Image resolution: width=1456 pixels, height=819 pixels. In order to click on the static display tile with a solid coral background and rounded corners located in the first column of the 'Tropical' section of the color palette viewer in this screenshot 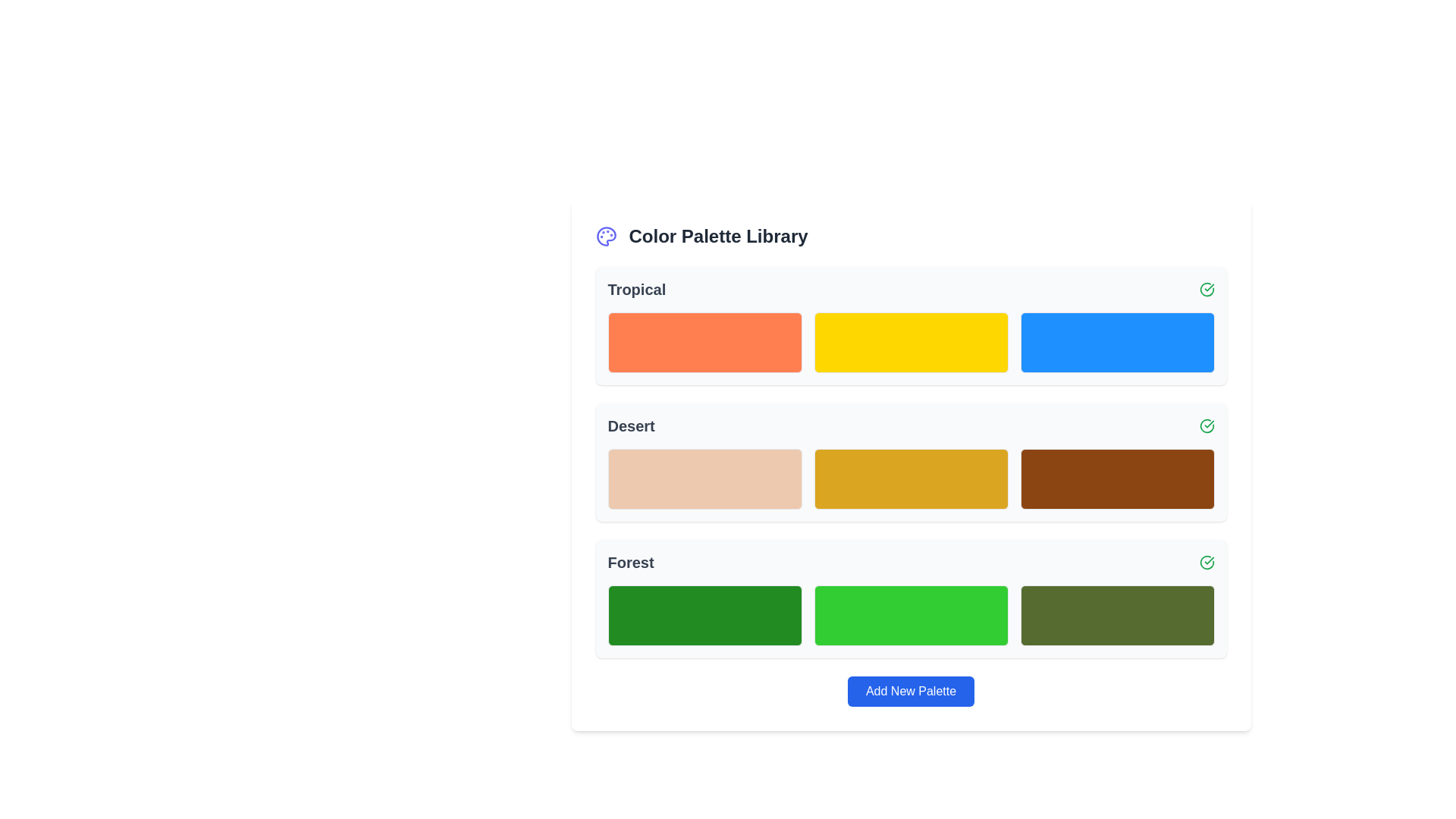, I will do `click(704, 342)`.